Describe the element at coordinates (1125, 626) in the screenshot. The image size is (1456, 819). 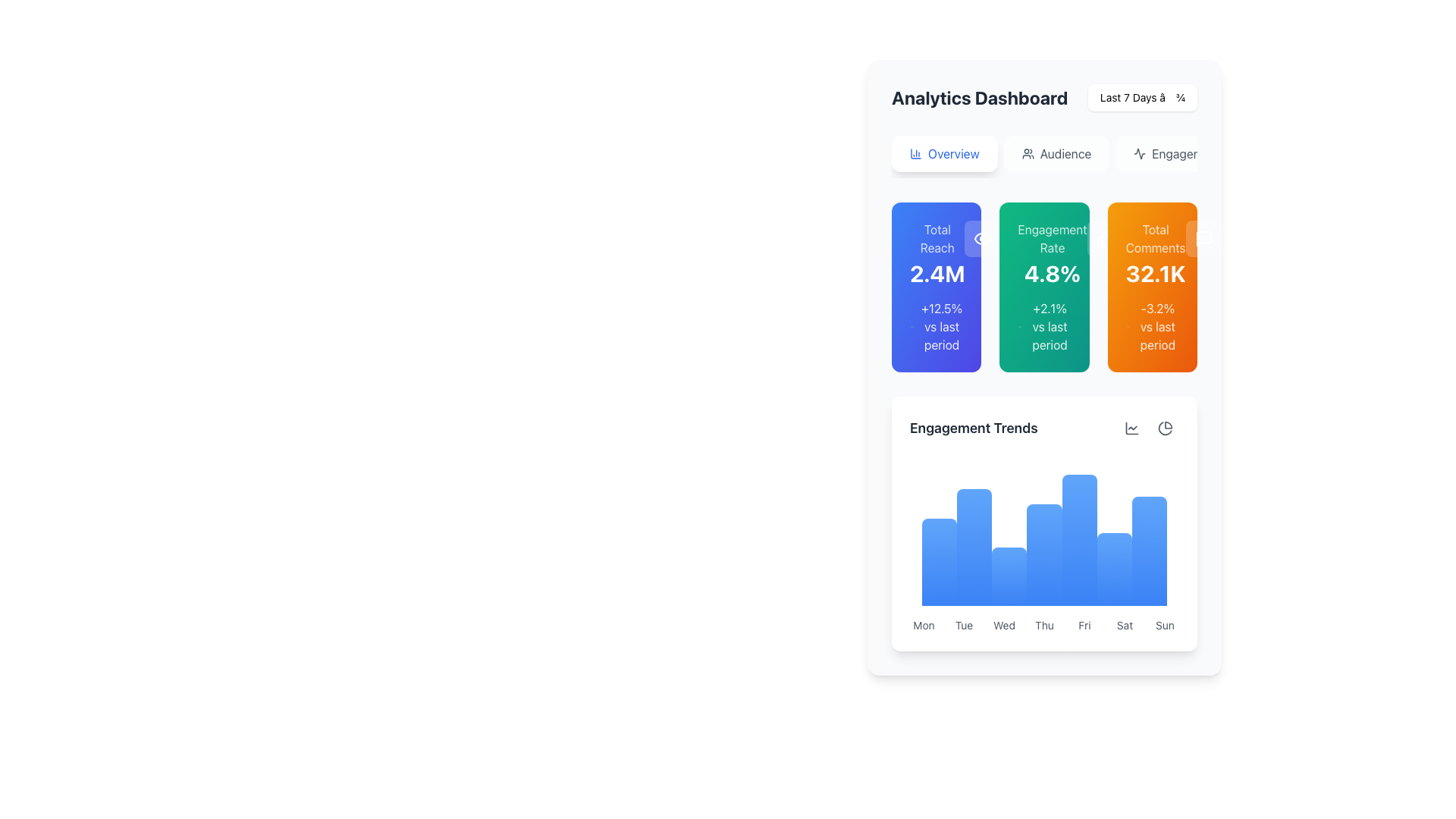
I see `the text label displaying 'Sat', which is located in the lower part of the dashboard layout, between 'Fri' and 'Sun'` at that location.